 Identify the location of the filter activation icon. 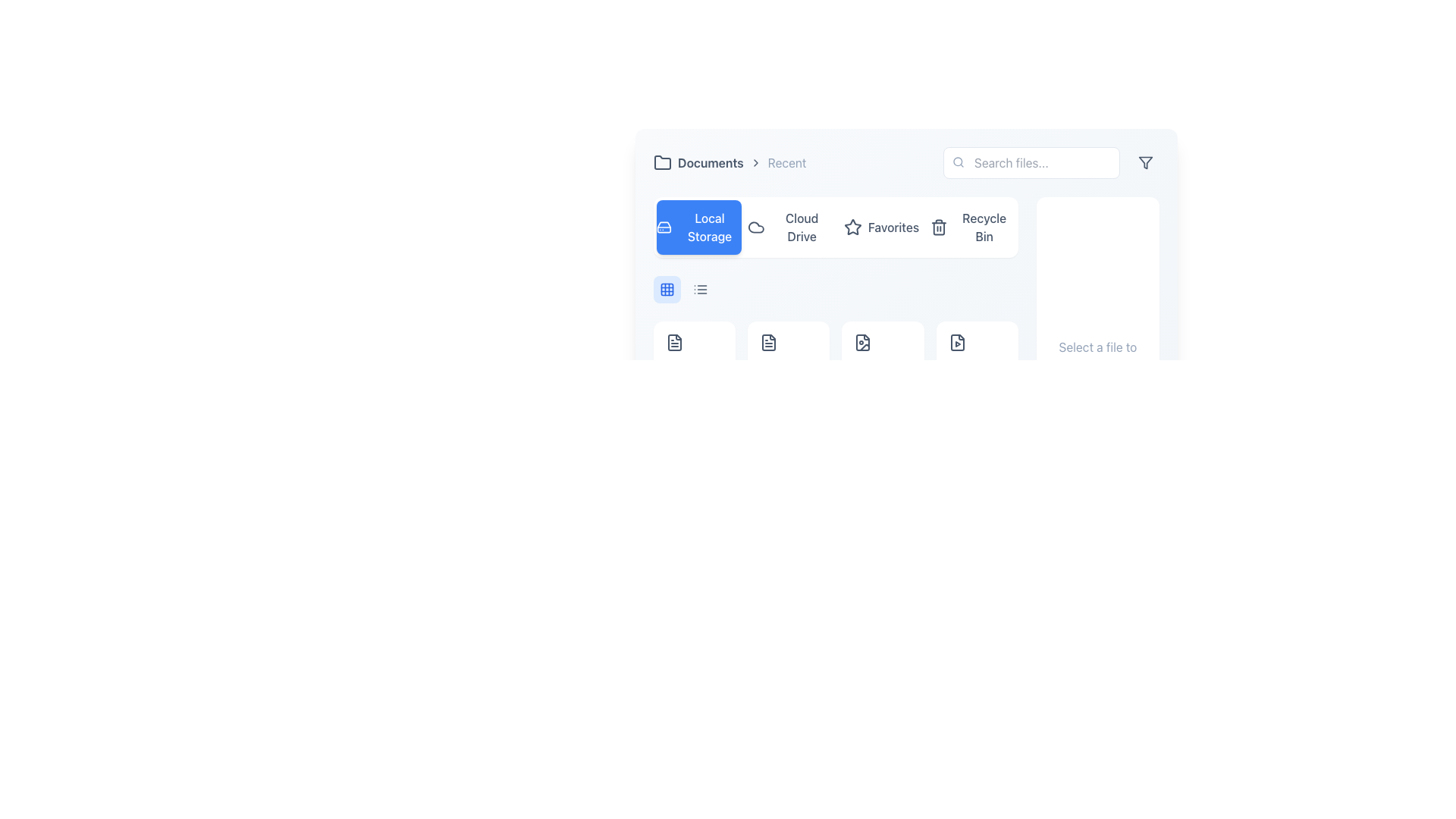
(1146, 163).